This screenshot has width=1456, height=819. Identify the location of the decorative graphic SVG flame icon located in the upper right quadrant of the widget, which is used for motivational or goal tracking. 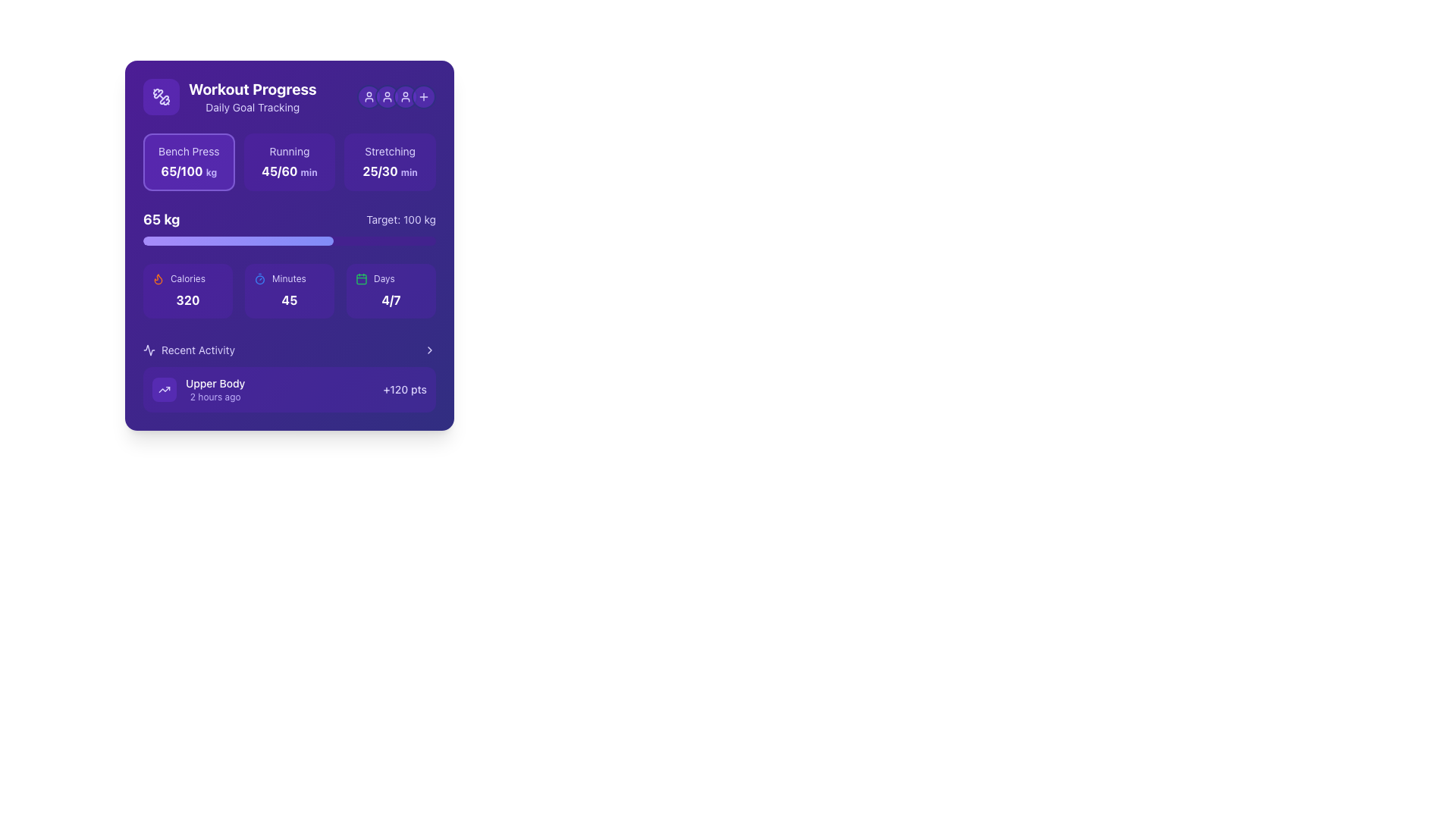
(158, 278).